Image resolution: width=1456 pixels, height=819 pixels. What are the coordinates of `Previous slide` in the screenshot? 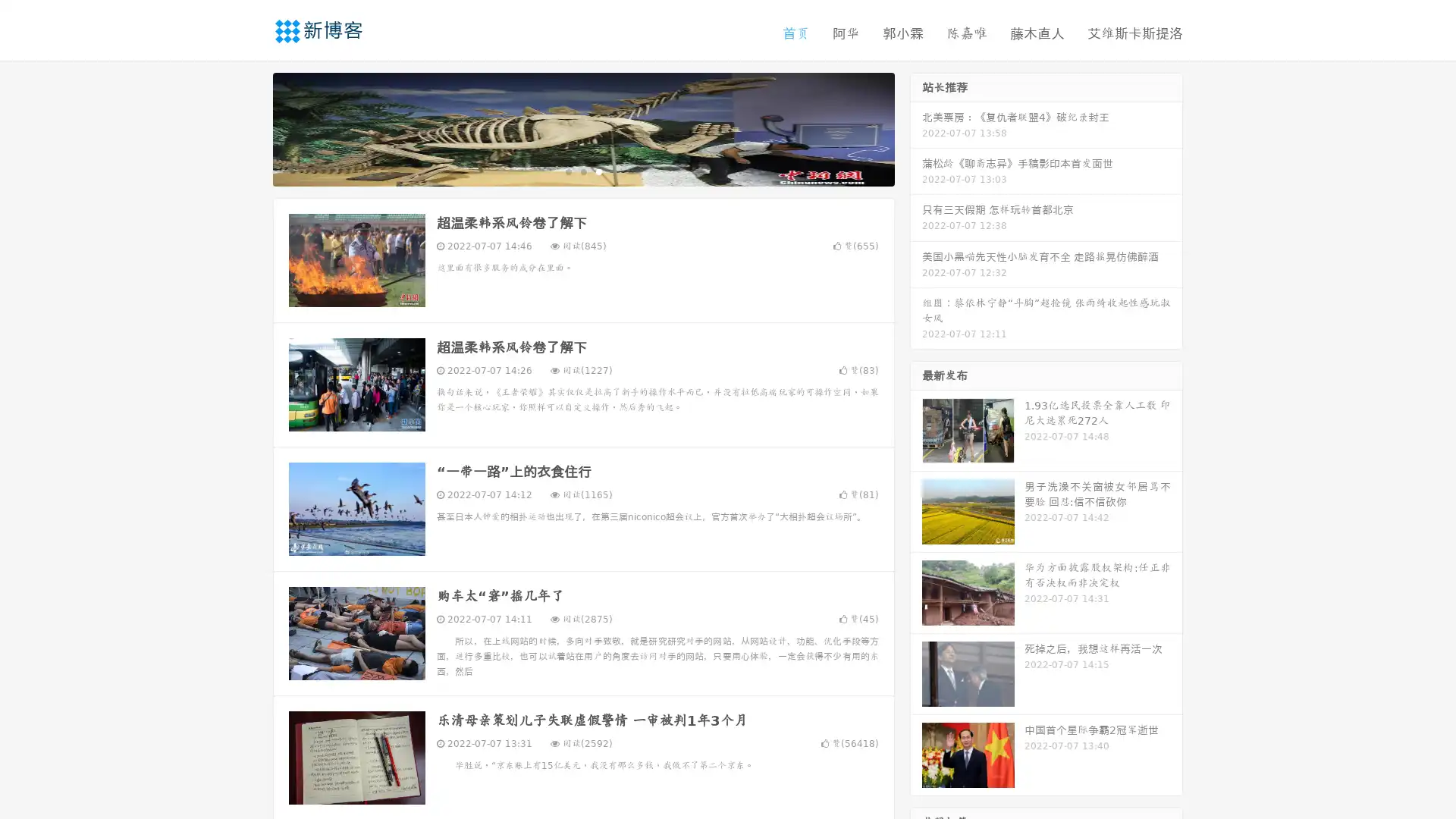 It's located at (250, 127).